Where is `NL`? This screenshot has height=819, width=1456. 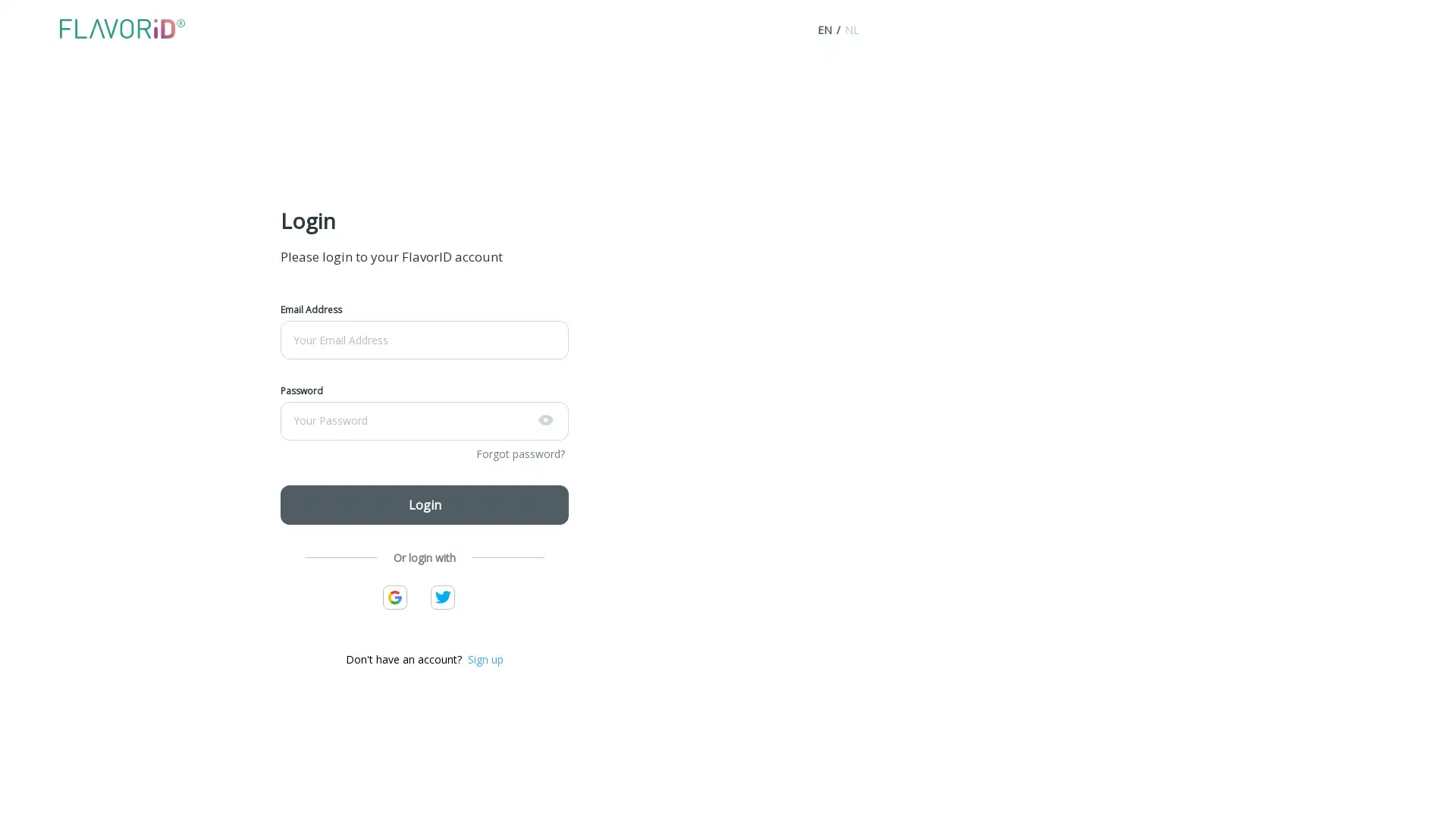
NL is located at coordinates (851, 30).